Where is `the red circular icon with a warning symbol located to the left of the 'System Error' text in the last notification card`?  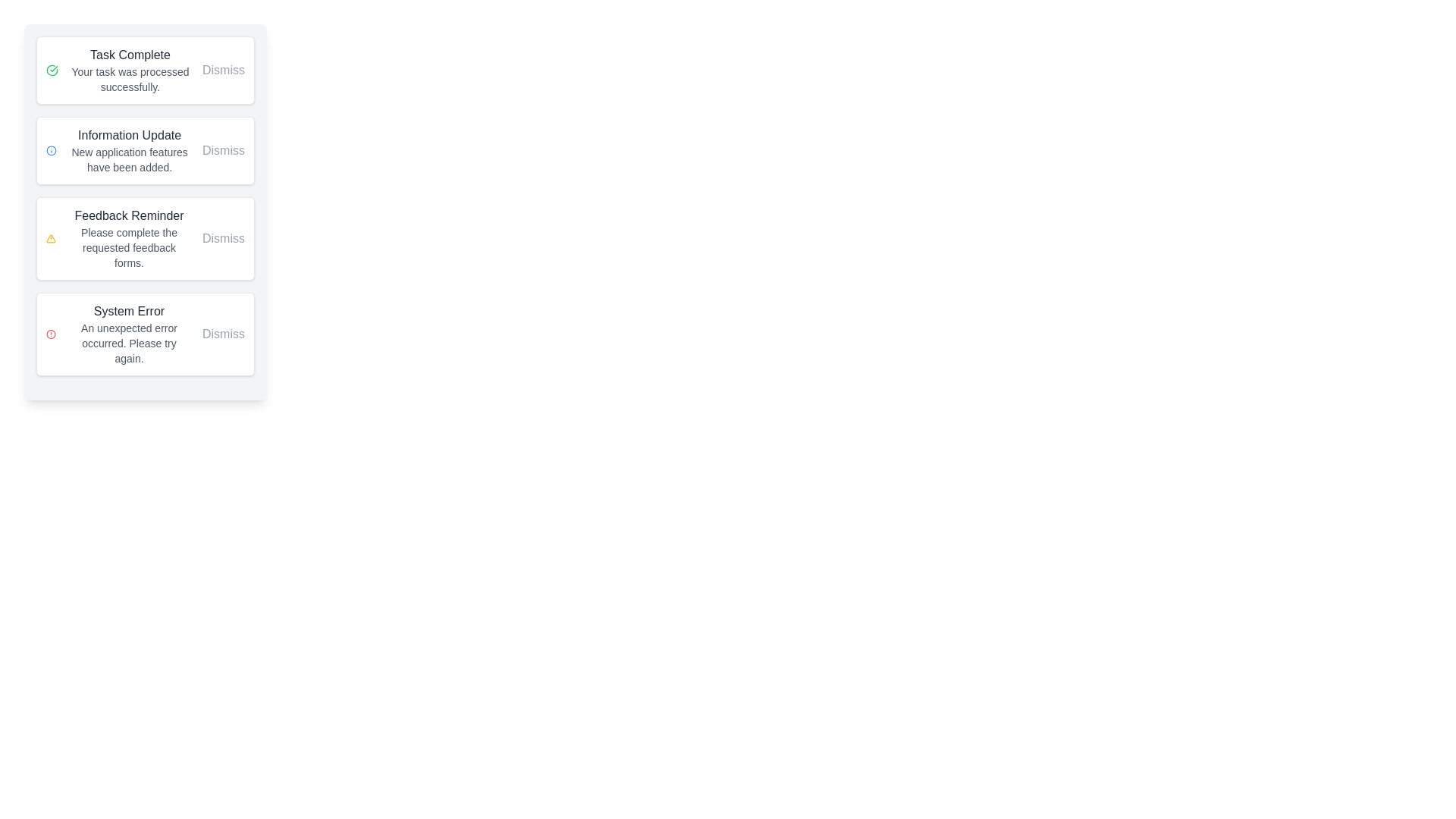 the red circular icon with a warning symbol located to the left of the 'System Error' text in the last notification card is located at coordinates (51, 333).